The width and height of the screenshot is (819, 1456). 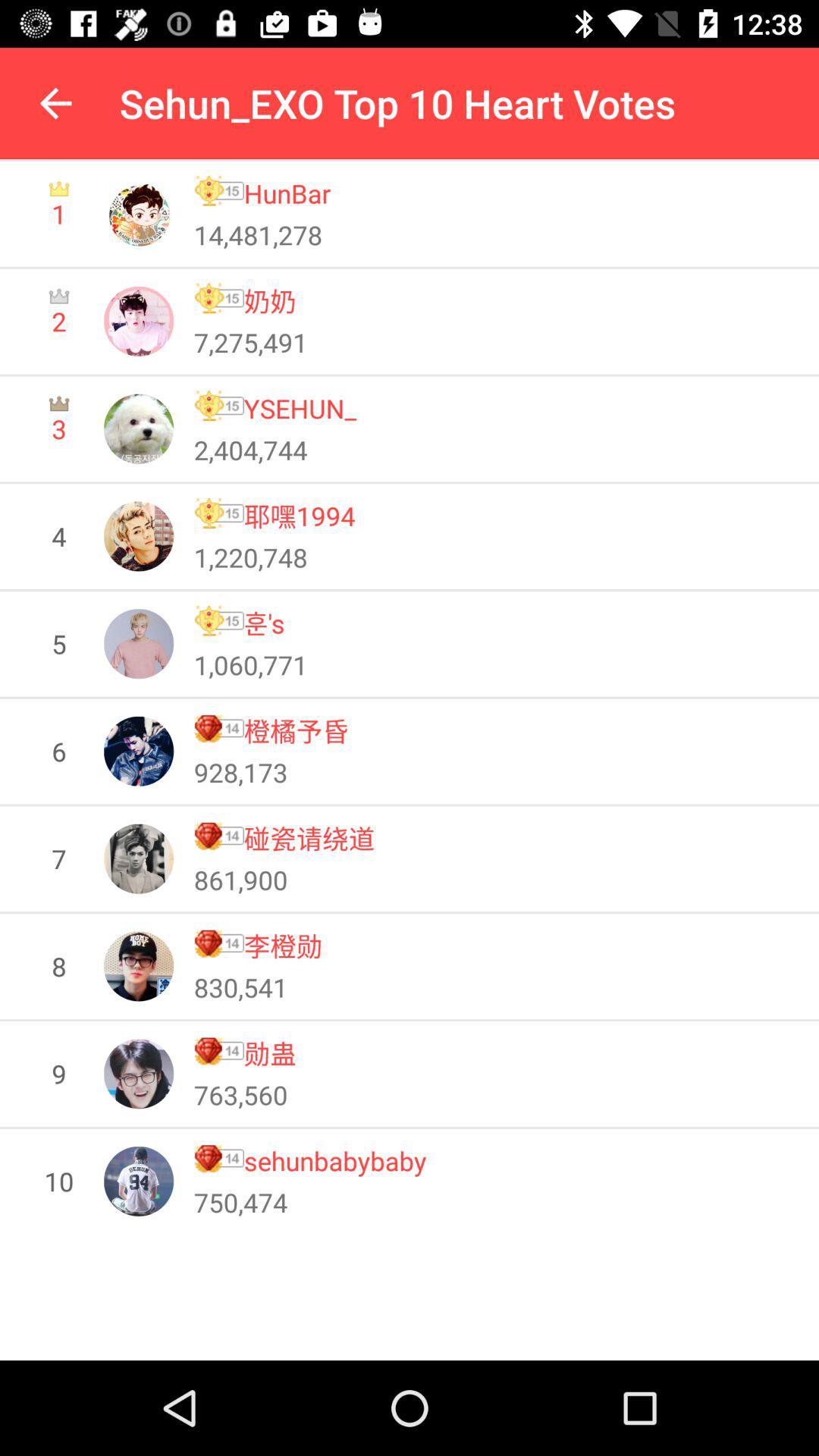 What do you see at coordinates (283, 945) in the screenshot?
I see `the item above 830,541` at bounding box center [283, 945].